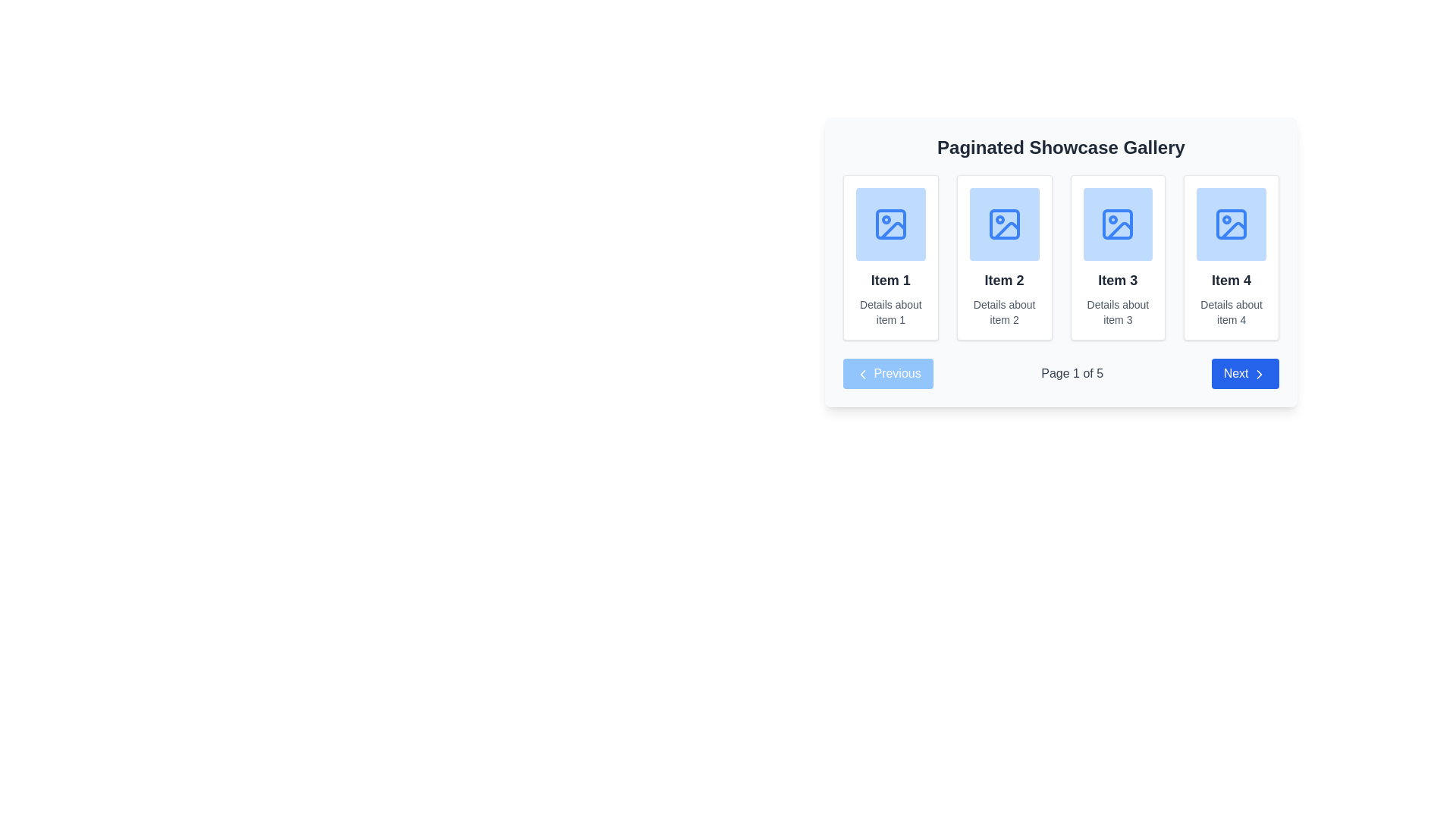  I want to click on the right-facing chevron icon within the 'Next' button located at the bottom-right corner of the paginated gallery interface, so click(1259, 374).